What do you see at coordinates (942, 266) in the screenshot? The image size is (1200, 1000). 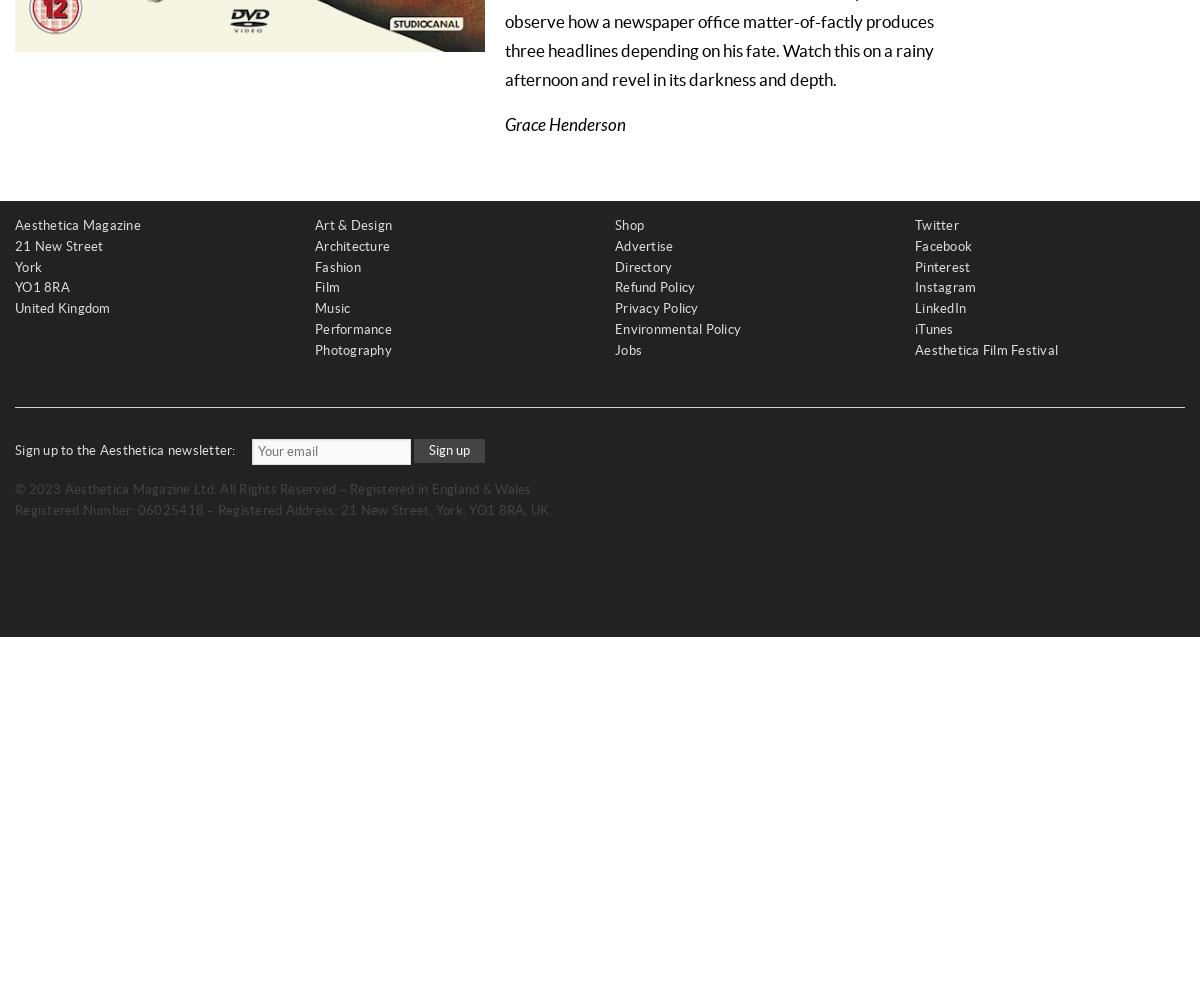 I see `'Pinterest'` at bounding box center [942, 266].